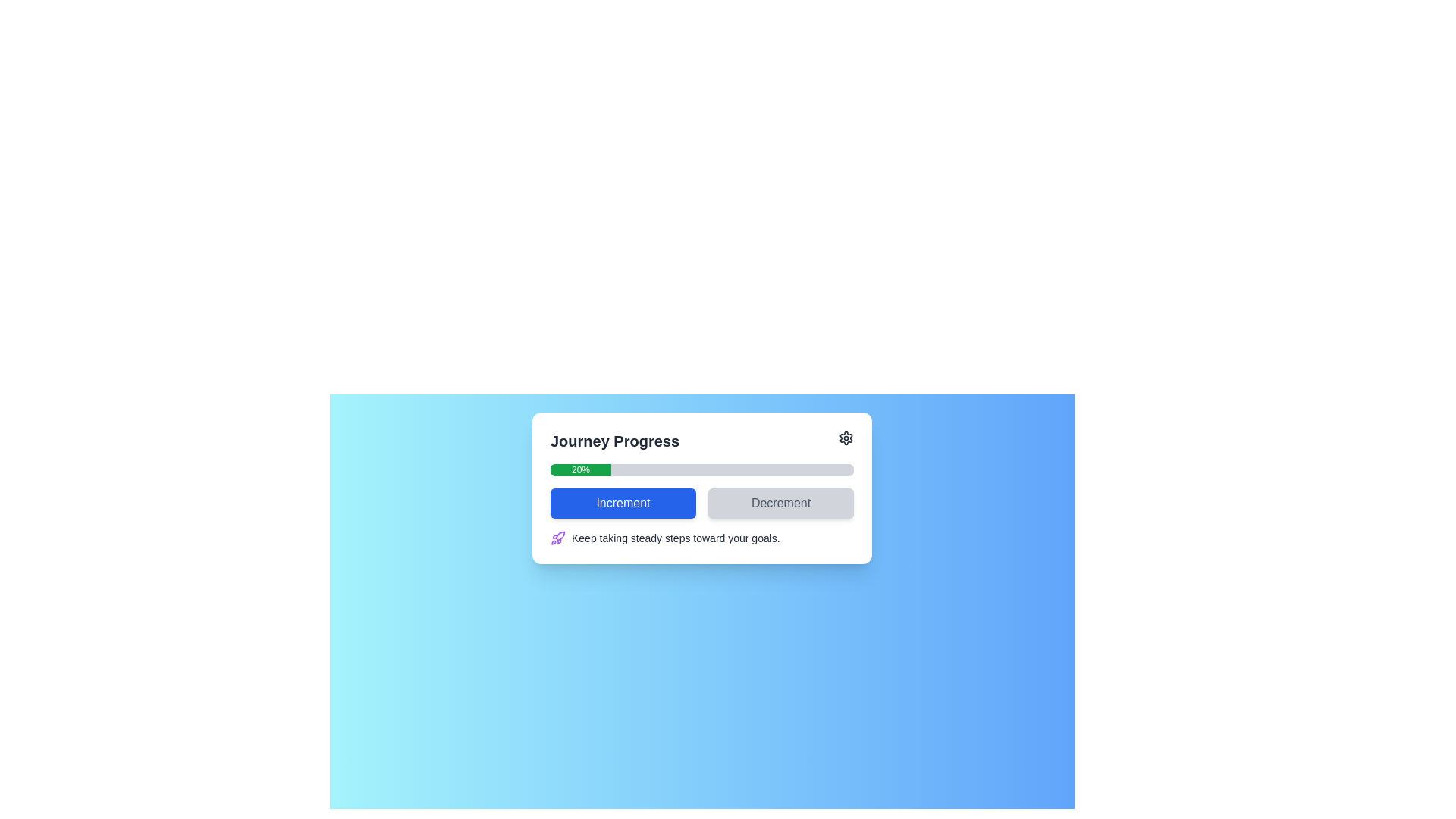  I want to click on the progress bar that displays current progress with a green background and shows '20%' text, located below the 'Journey Progress' header, so click(701, 469).